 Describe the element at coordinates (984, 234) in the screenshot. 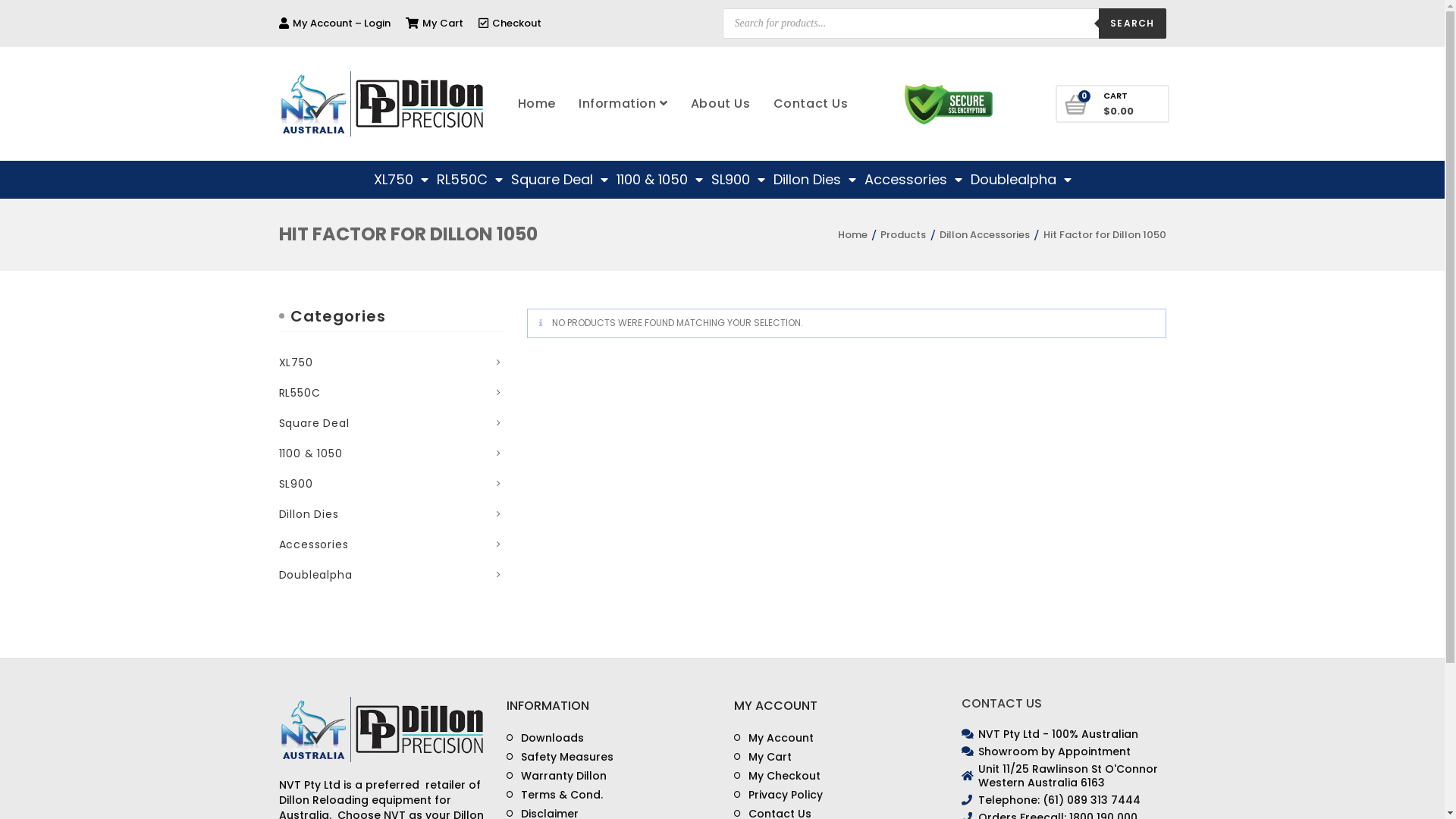

I see `'Dillon Accessories'` at that location.